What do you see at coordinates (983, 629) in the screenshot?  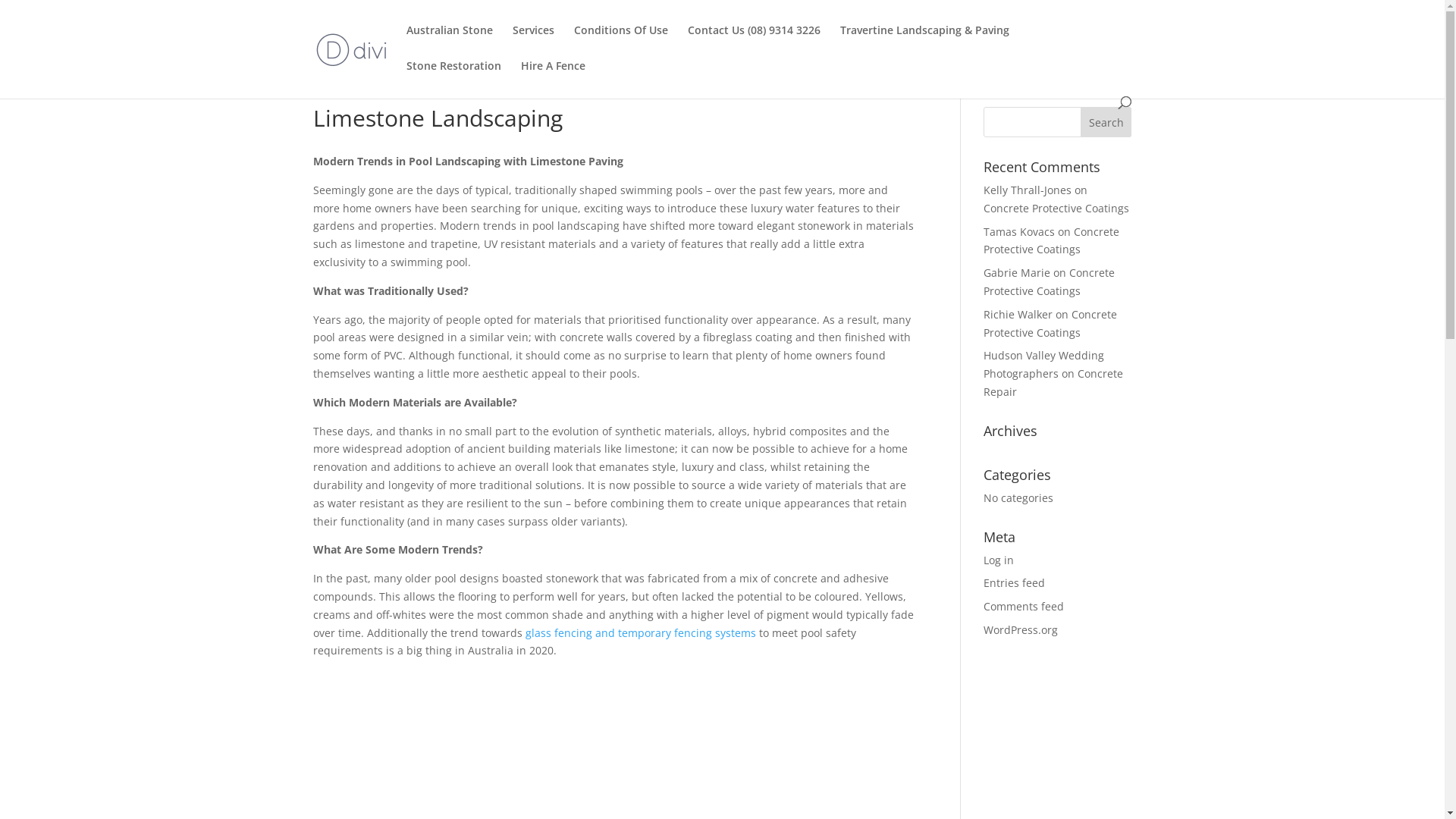 I see `'WordPress.org'` at bounding box center [983, 629].